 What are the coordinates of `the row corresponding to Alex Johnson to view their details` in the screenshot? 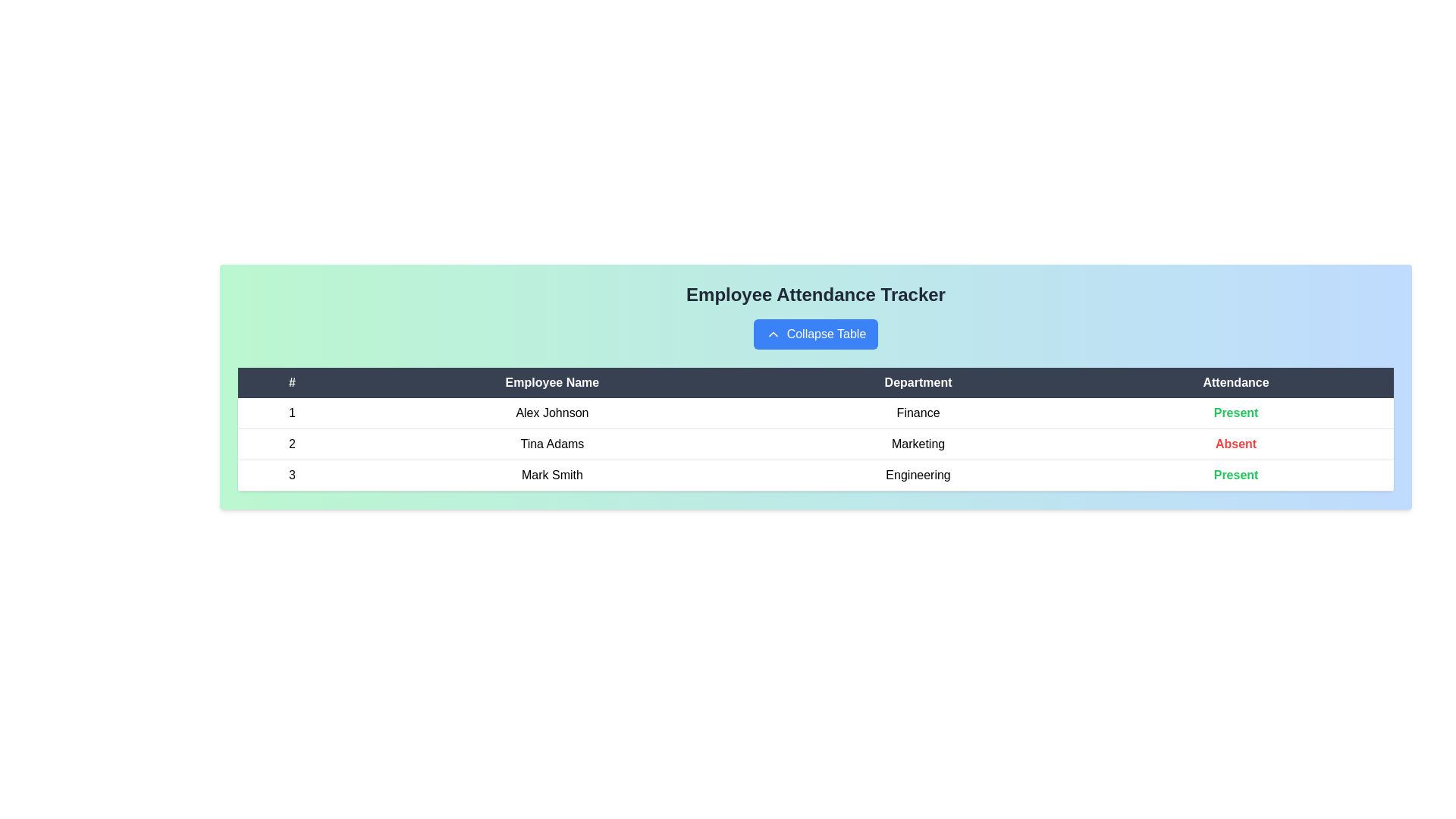 It's located at (551, 413).